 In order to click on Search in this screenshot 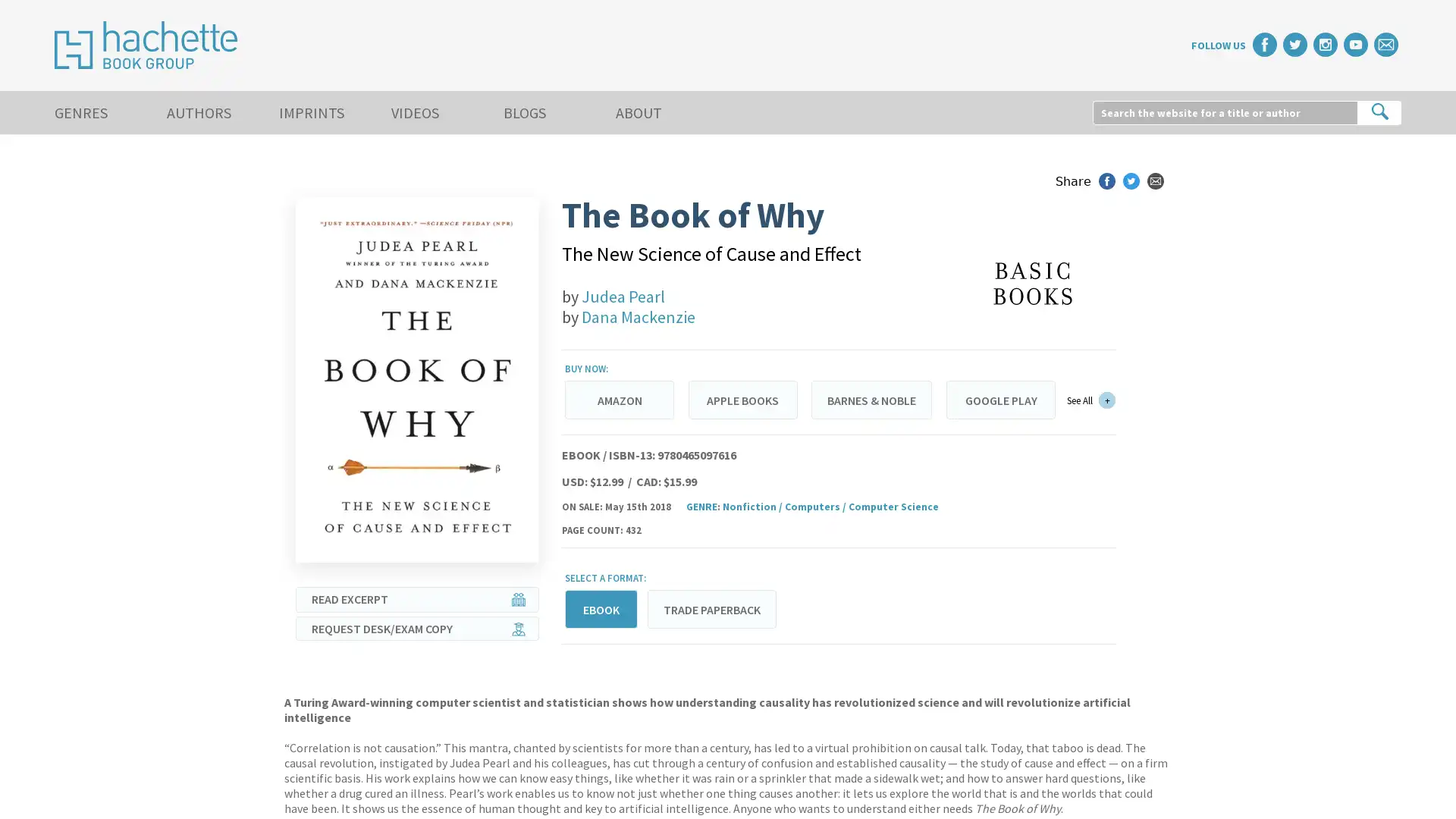, I will do `click(1379, 111)`.